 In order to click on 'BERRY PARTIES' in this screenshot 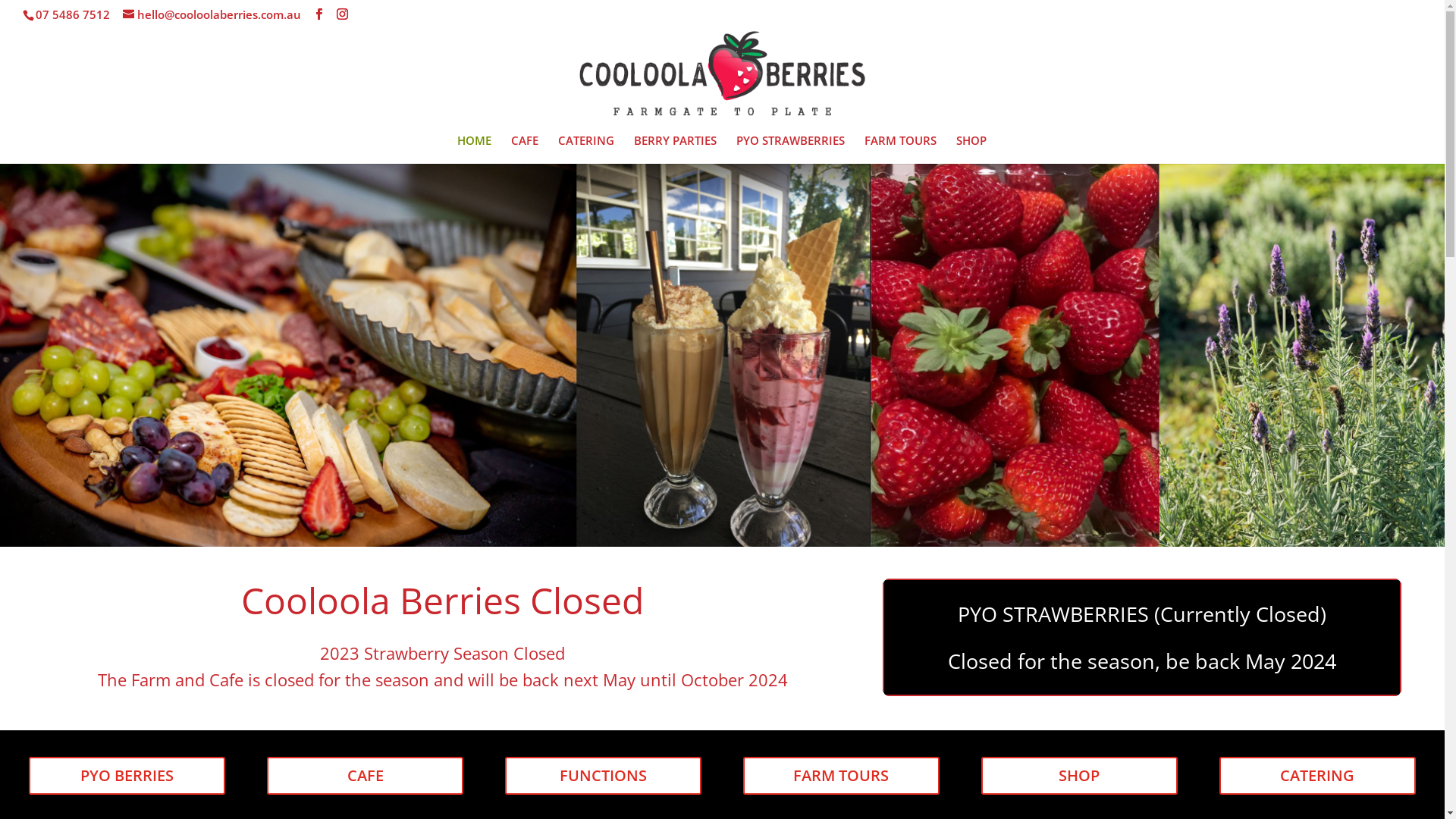, I will do `click(633, 149)`.